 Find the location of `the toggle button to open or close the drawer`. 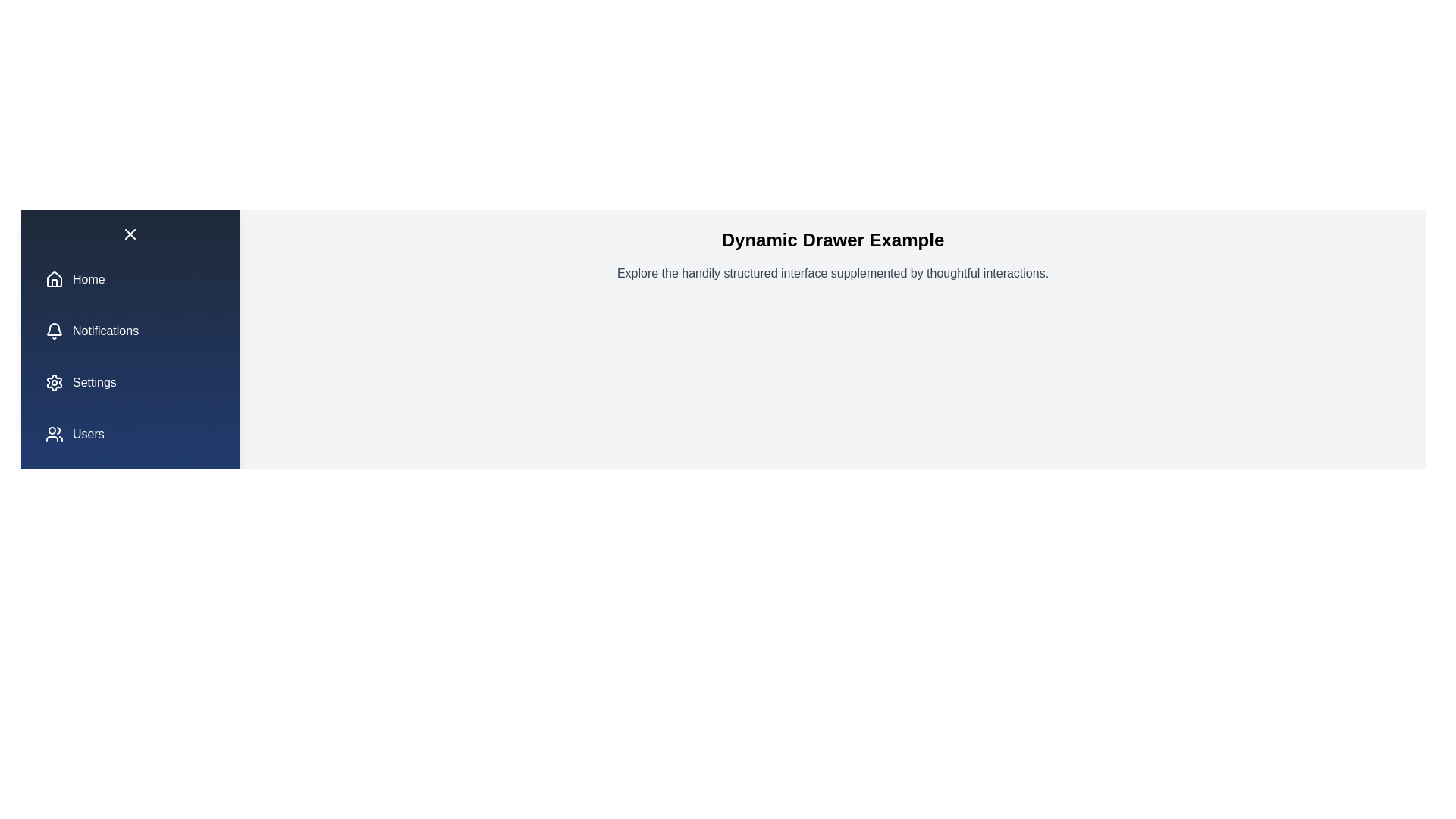

the toggle button to open or close the drawer is located at coordinates (130, 234).